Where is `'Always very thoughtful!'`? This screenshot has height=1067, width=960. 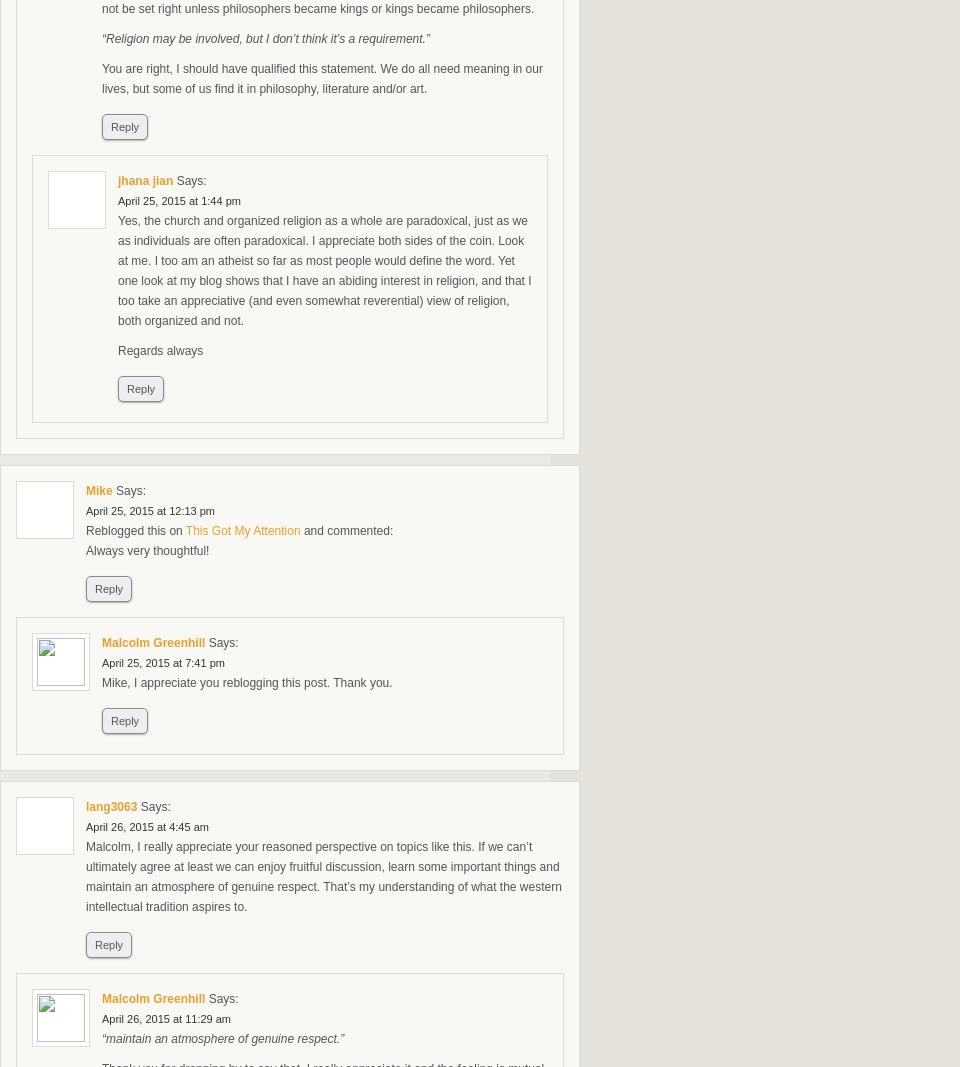
'Always very thoughtful!' is located at coordinates (146, 550).